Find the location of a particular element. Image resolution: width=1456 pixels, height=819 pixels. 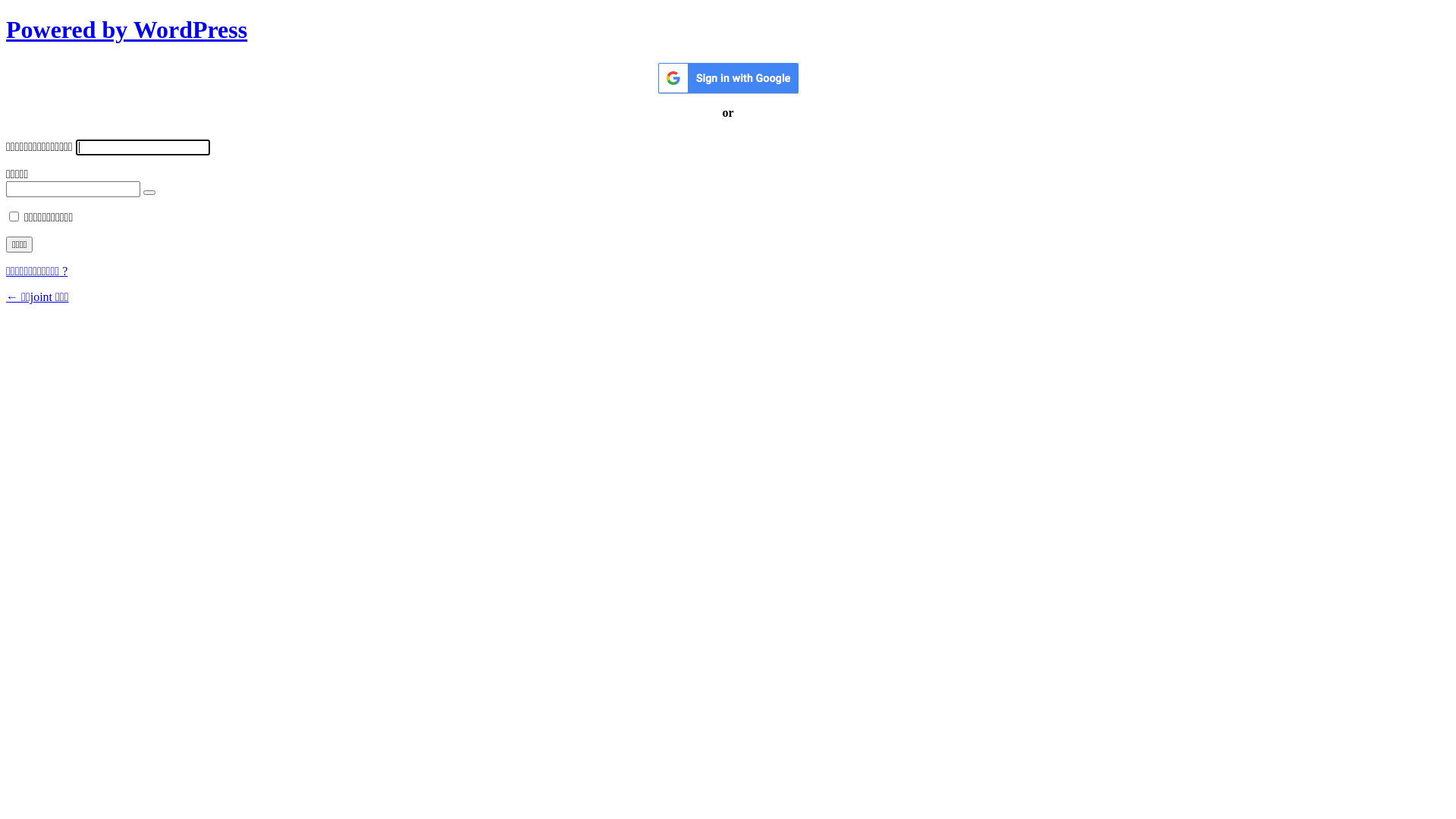

'Powered by WordPress' is located at coordinates (127, 29).